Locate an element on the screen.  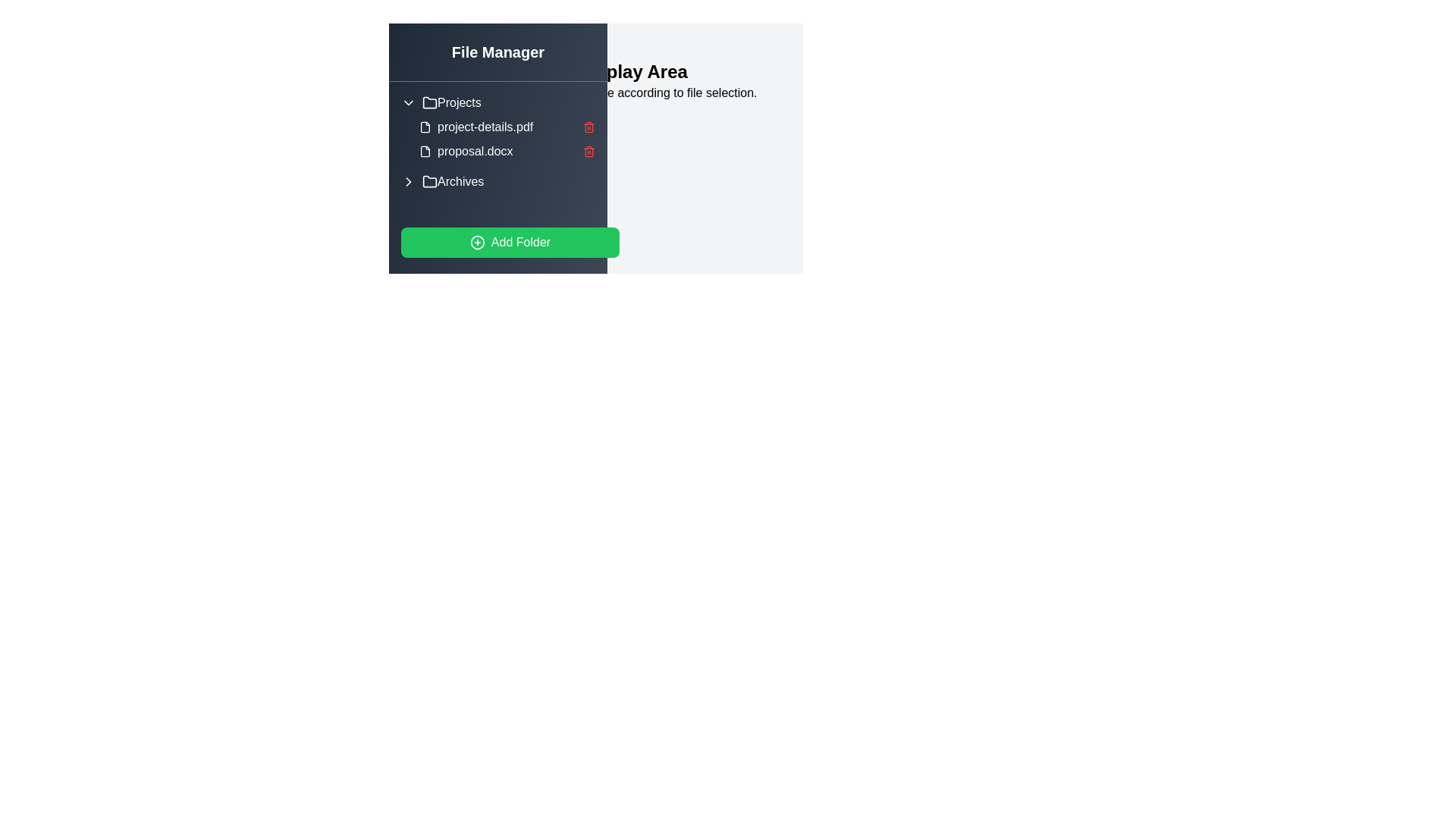
the middle component of the trash can icon associated with the list item 'proposal.docx' is located at coordinates (588, 127).